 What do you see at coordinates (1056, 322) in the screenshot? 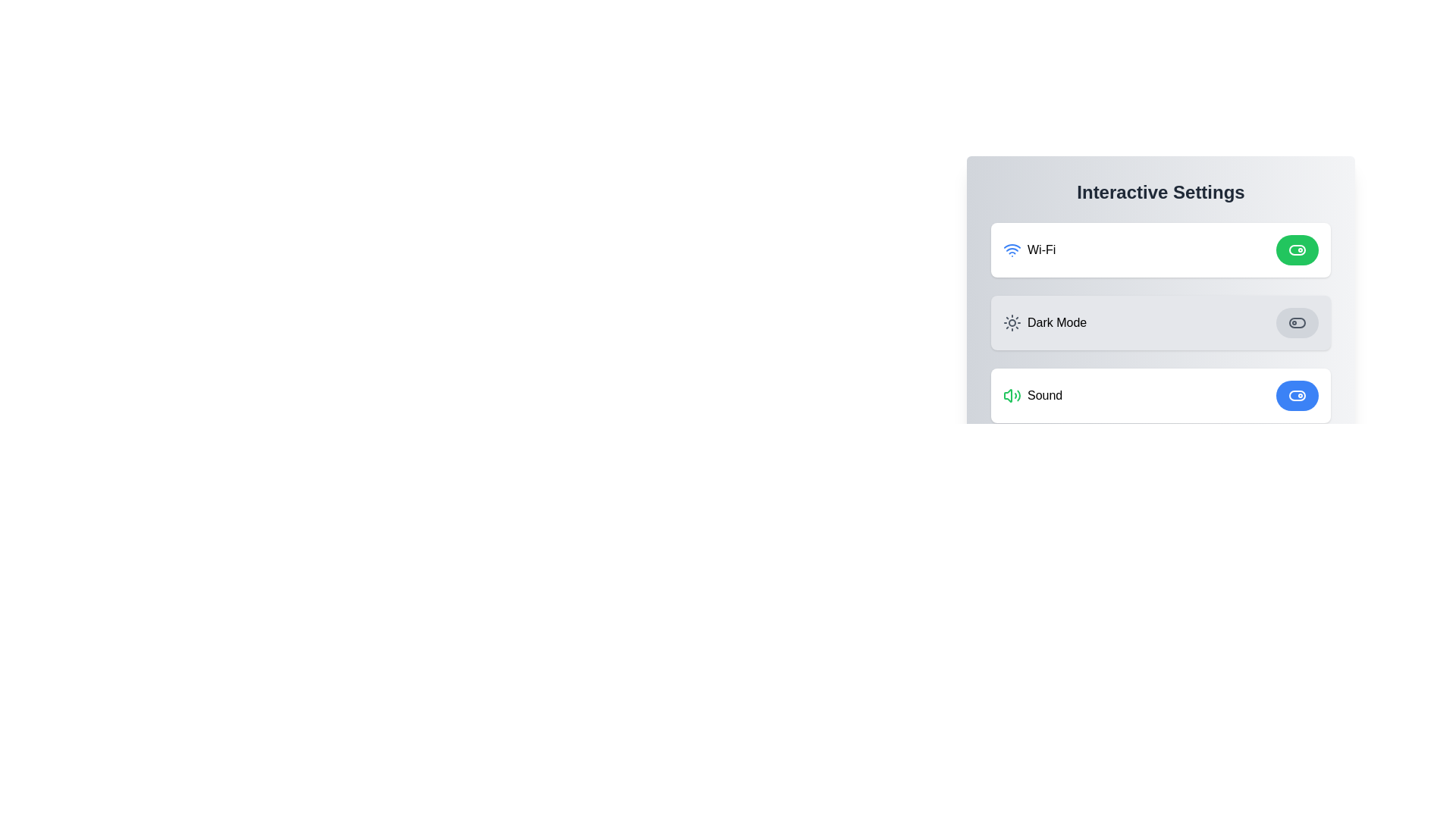
I see `the 'Dark Mode' text label in the settings menu, which is styled with a medium-weight font and is positioned between the 'Wi-Fi' and 'Sound' labels` at bounding box center [1056, 322].